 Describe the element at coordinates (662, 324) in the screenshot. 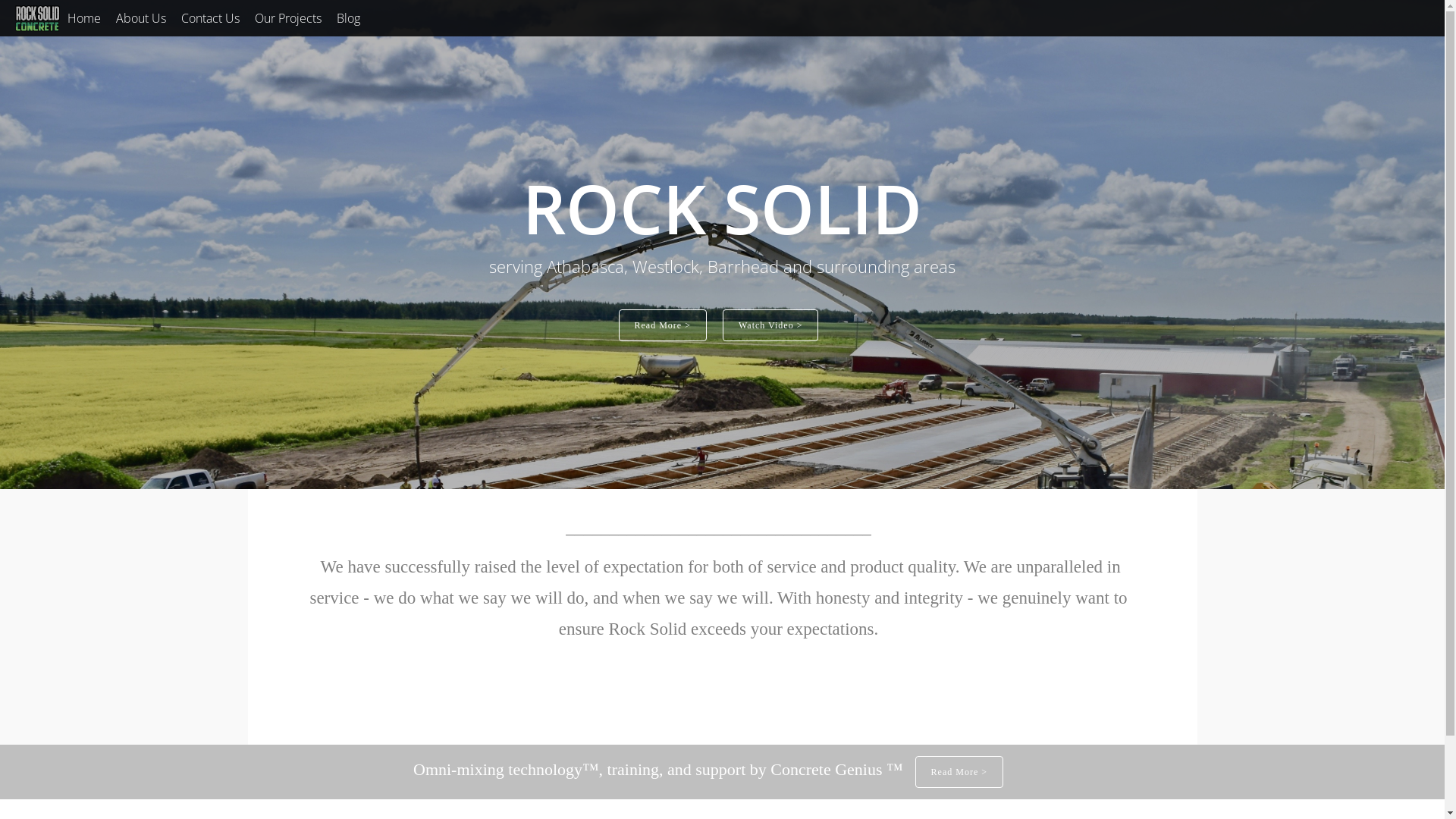

I see `'Read More >'` at that location.